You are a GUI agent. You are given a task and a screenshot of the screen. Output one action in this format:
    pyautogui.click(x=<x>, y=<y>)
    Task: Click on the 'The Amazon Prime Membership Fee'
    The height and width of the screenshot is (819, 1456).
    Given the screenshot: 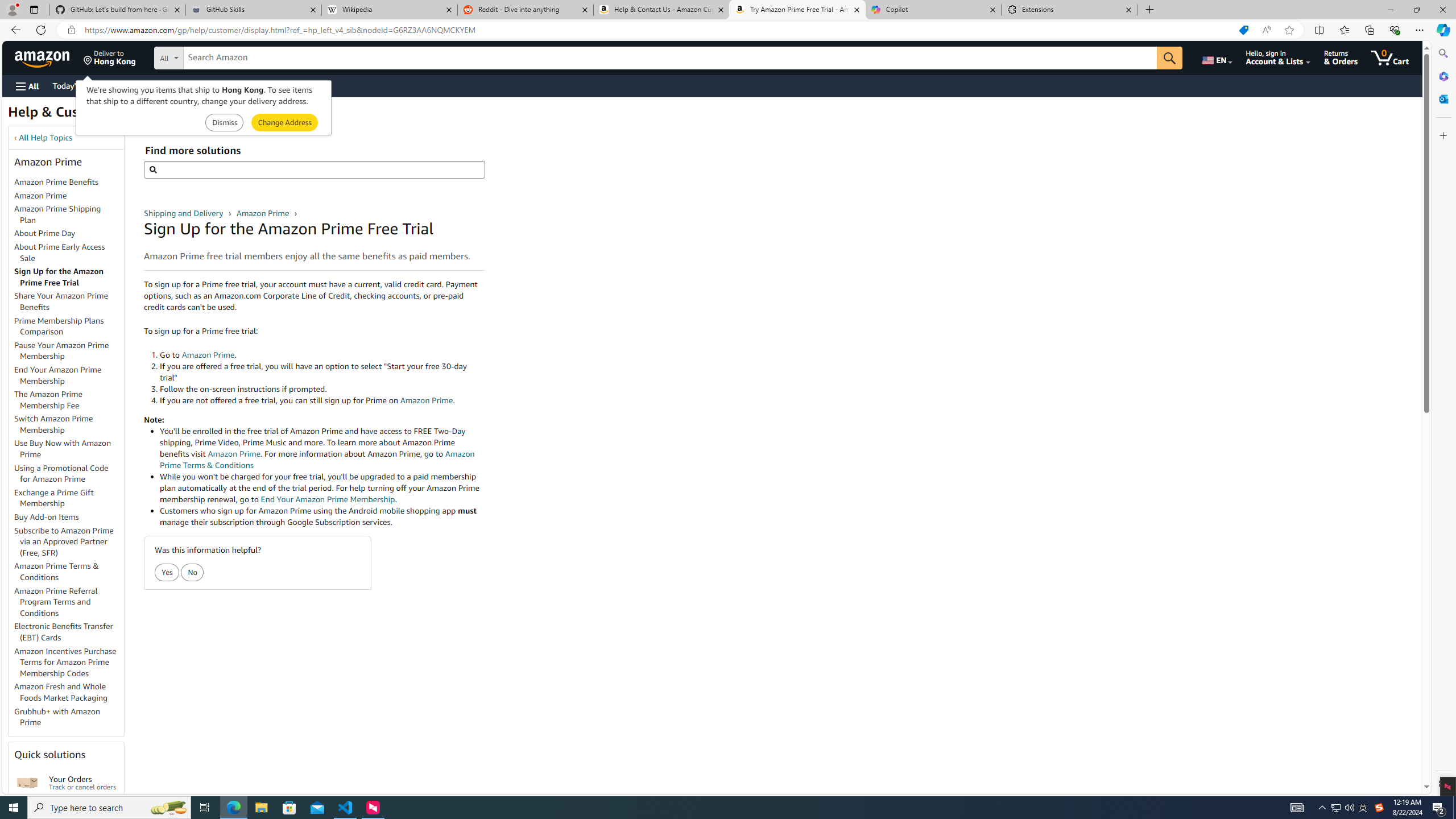 What is the action you would take?
    pyautogui.click(x=69, y=400)
    